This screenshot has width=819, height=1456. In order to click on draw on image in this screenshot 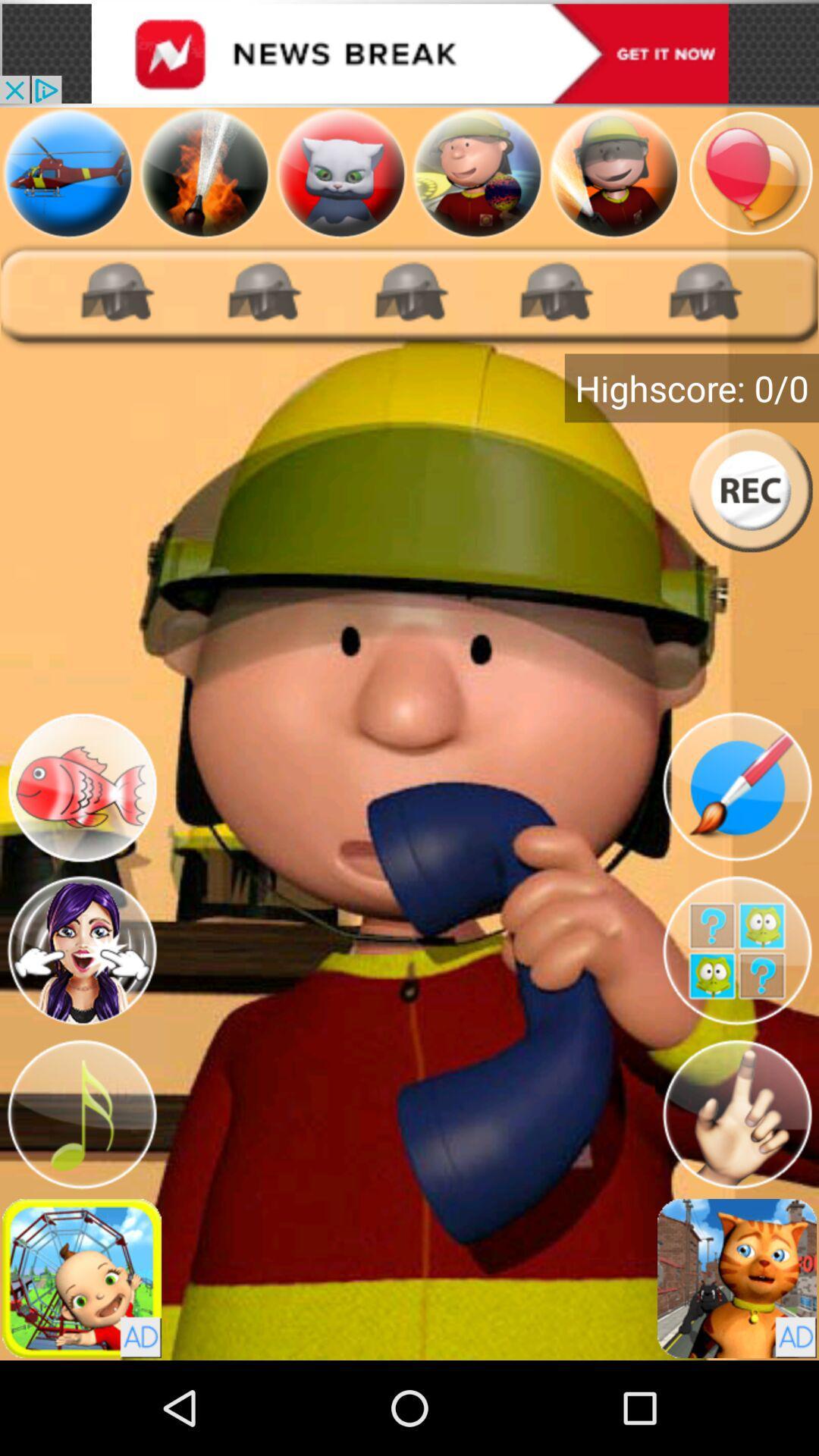, I will do `click(736, 786)`.